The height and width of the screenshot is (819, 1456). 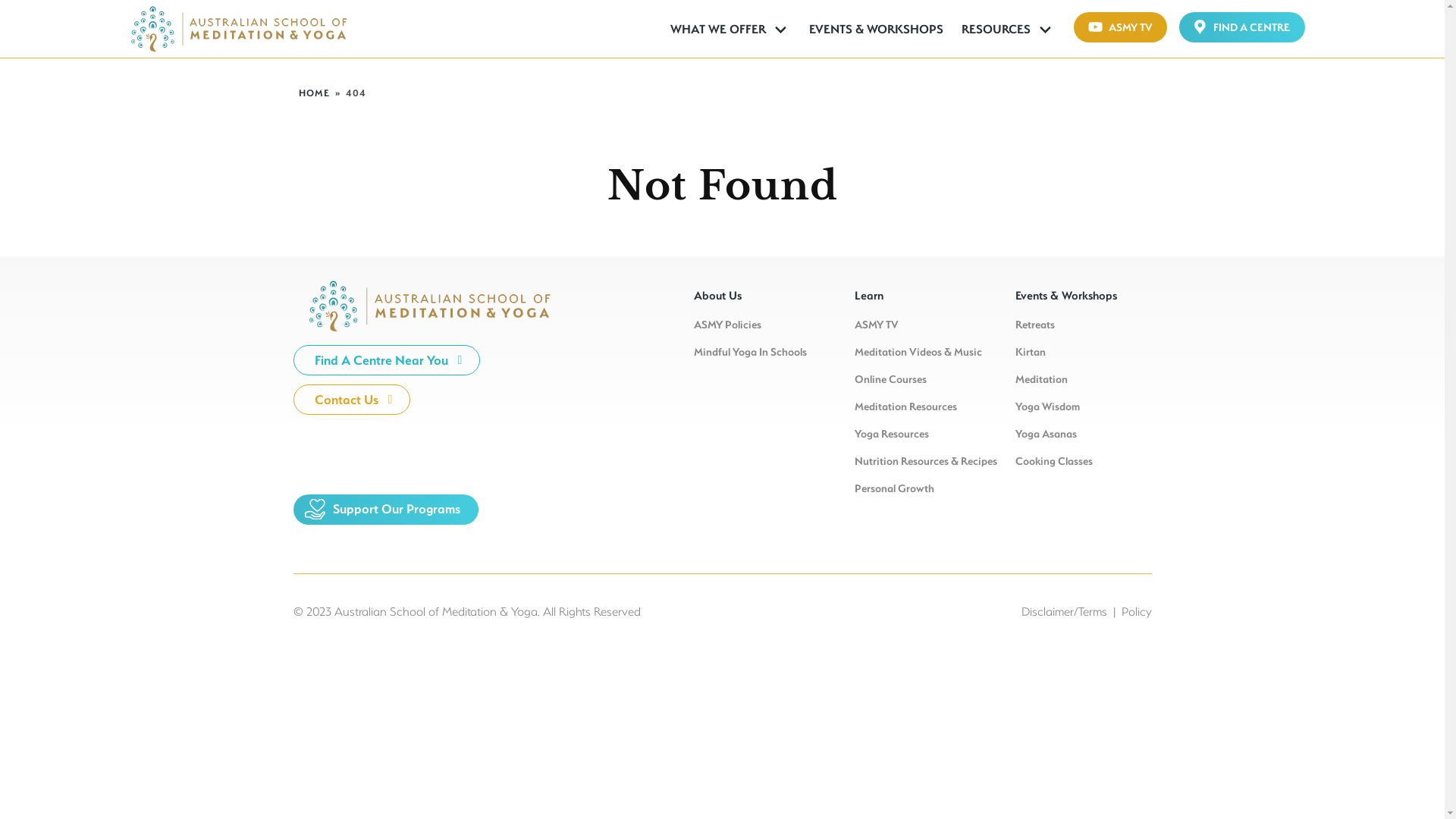 I want to click on 'Events & Workshops', so click(x=1015, y=296).